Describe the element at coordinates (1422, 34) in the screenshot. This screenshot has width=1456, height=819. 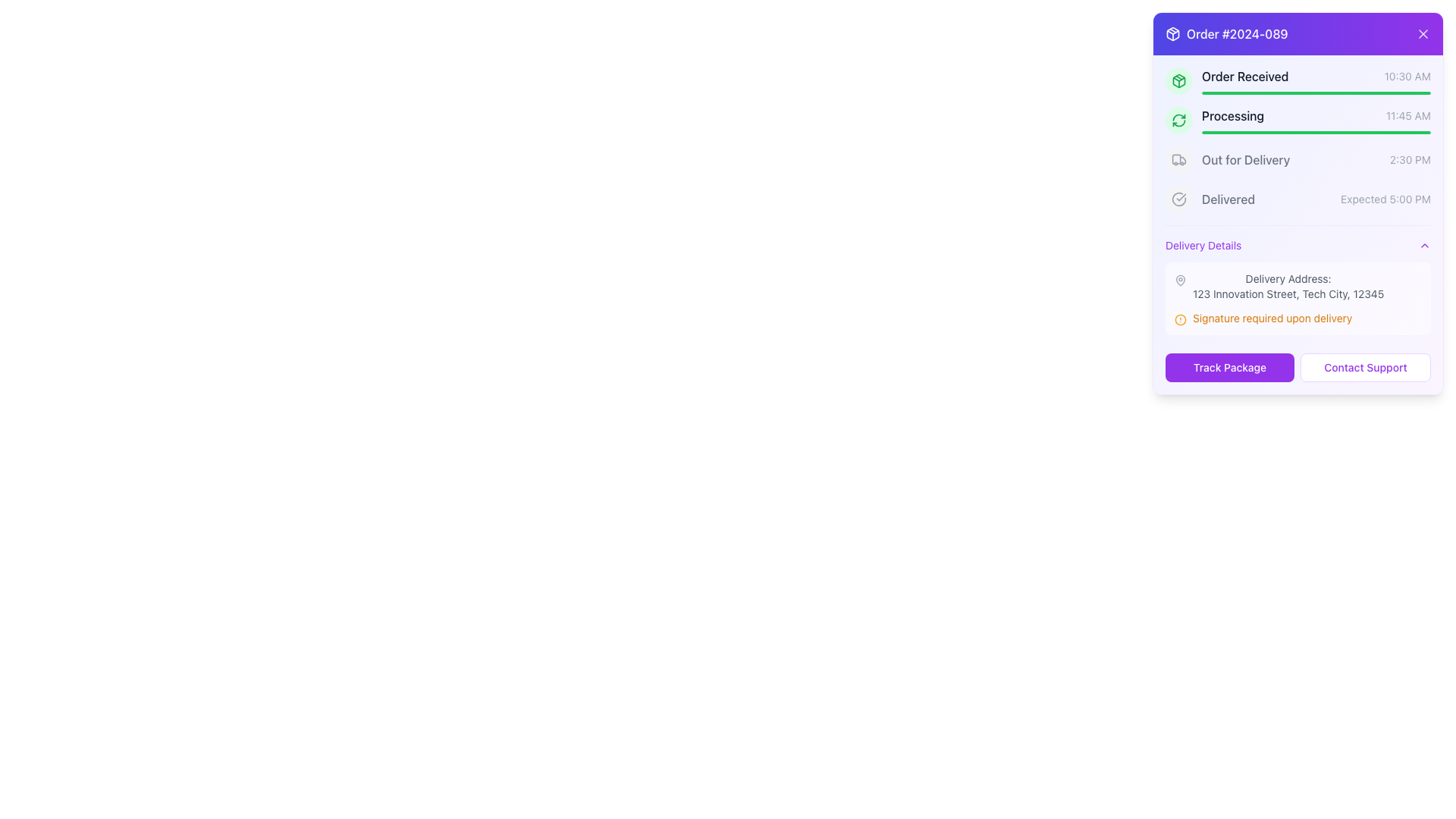
I see `the circular close button with a minimalist 'X' icon located in the top-right corner of the order details box for interactive feedback` at that location.